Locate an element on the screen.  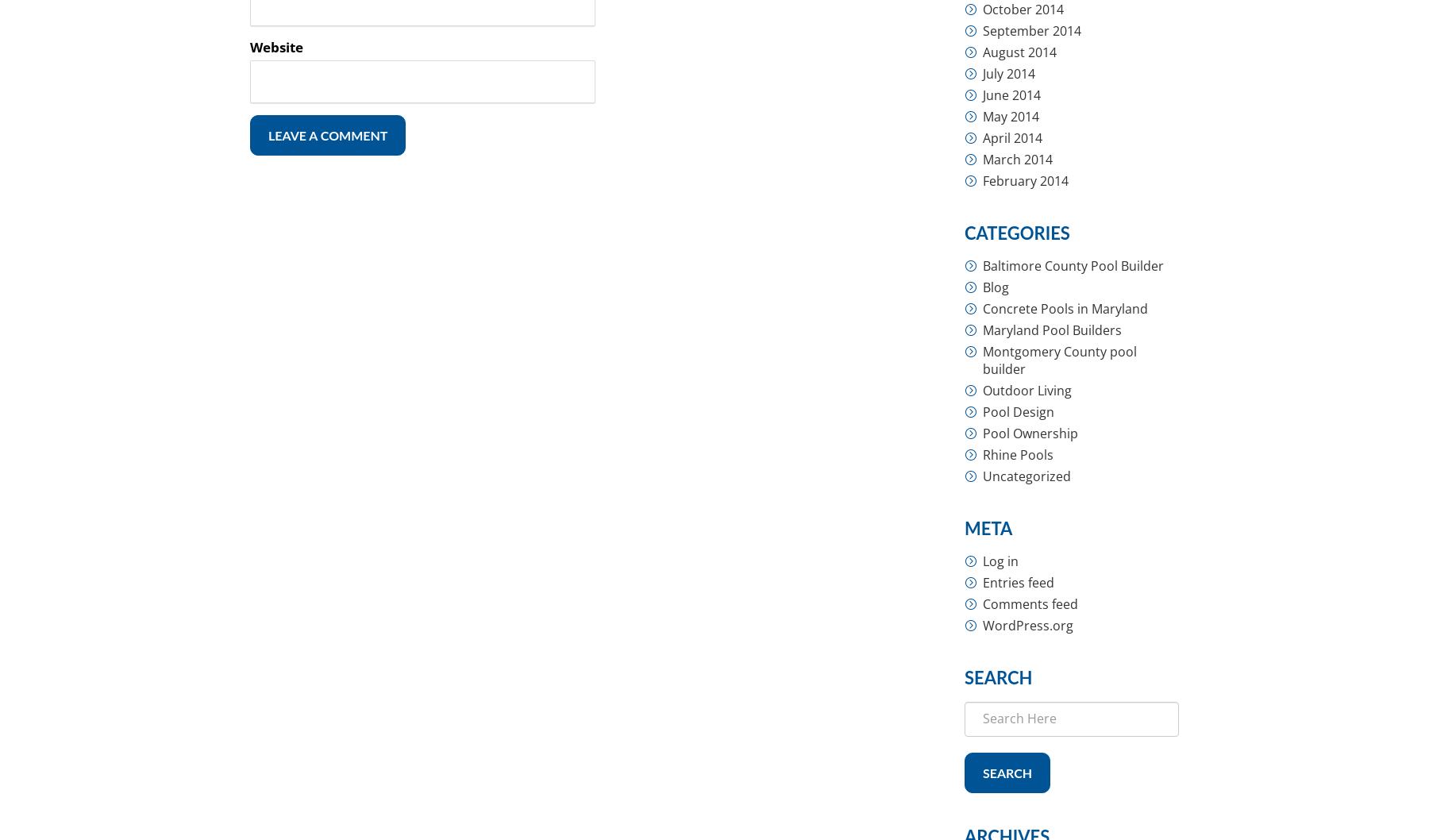
'May 2014' is located at coordinates (1011, 115).